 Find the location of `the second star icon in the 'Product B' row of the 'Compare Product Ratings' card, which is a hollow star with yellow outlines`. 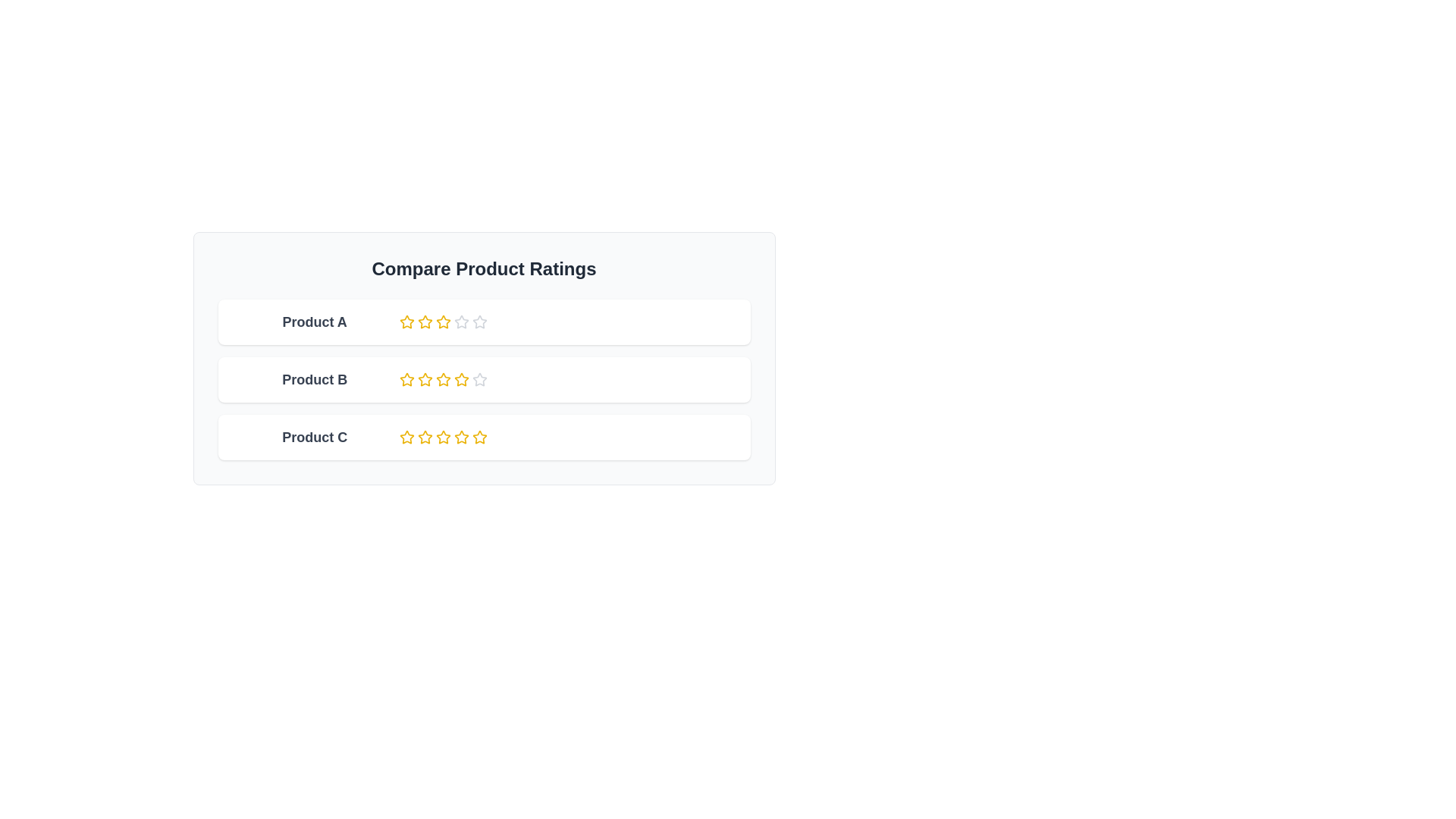

the second star icon in the 'Product B' row of the 'Compare Product Ratings' card, which is a hollow star with yellow outlines is located at coordinates (425, 379).